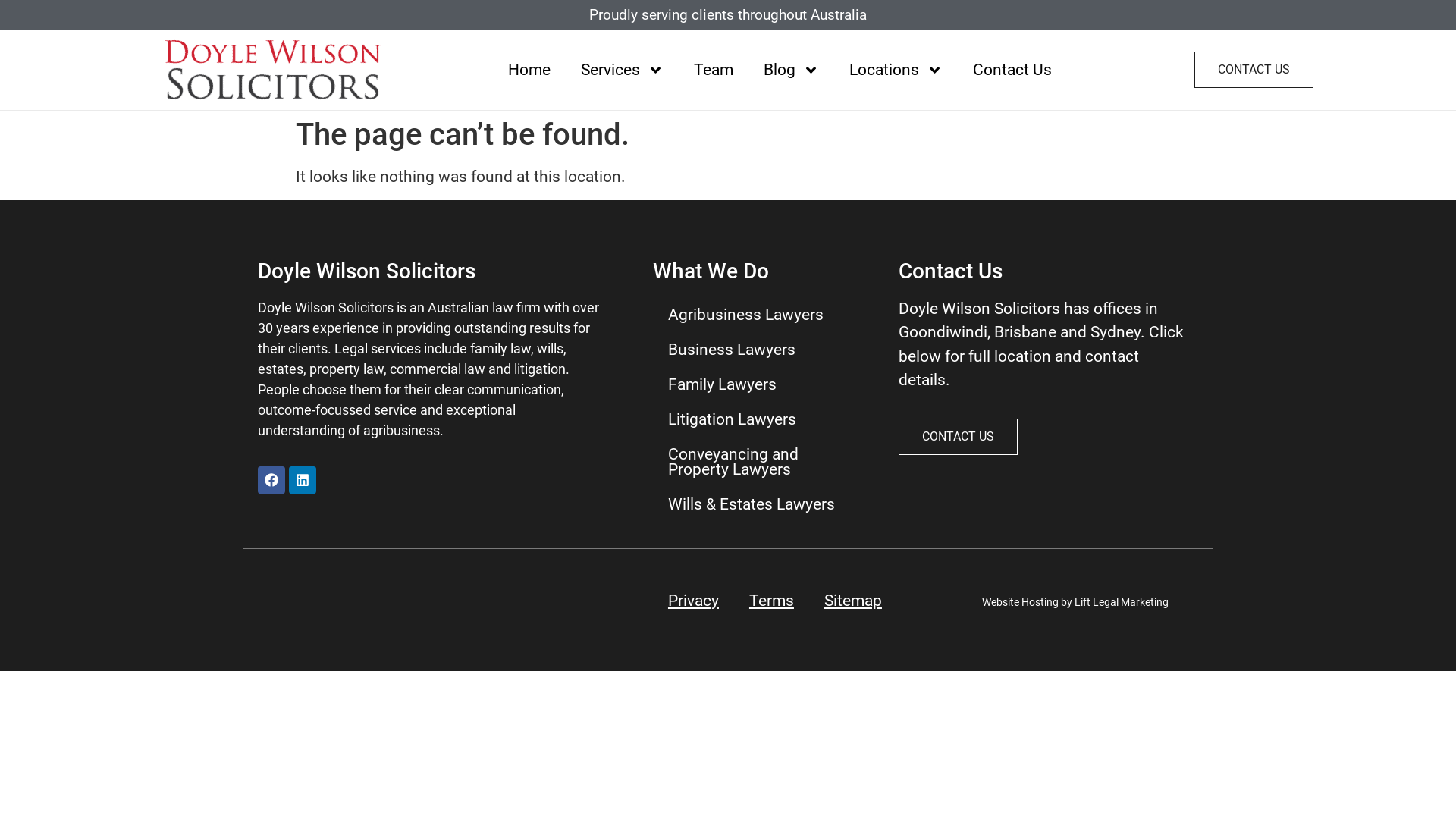  I want to click on 'Blog', so click(748, 69).